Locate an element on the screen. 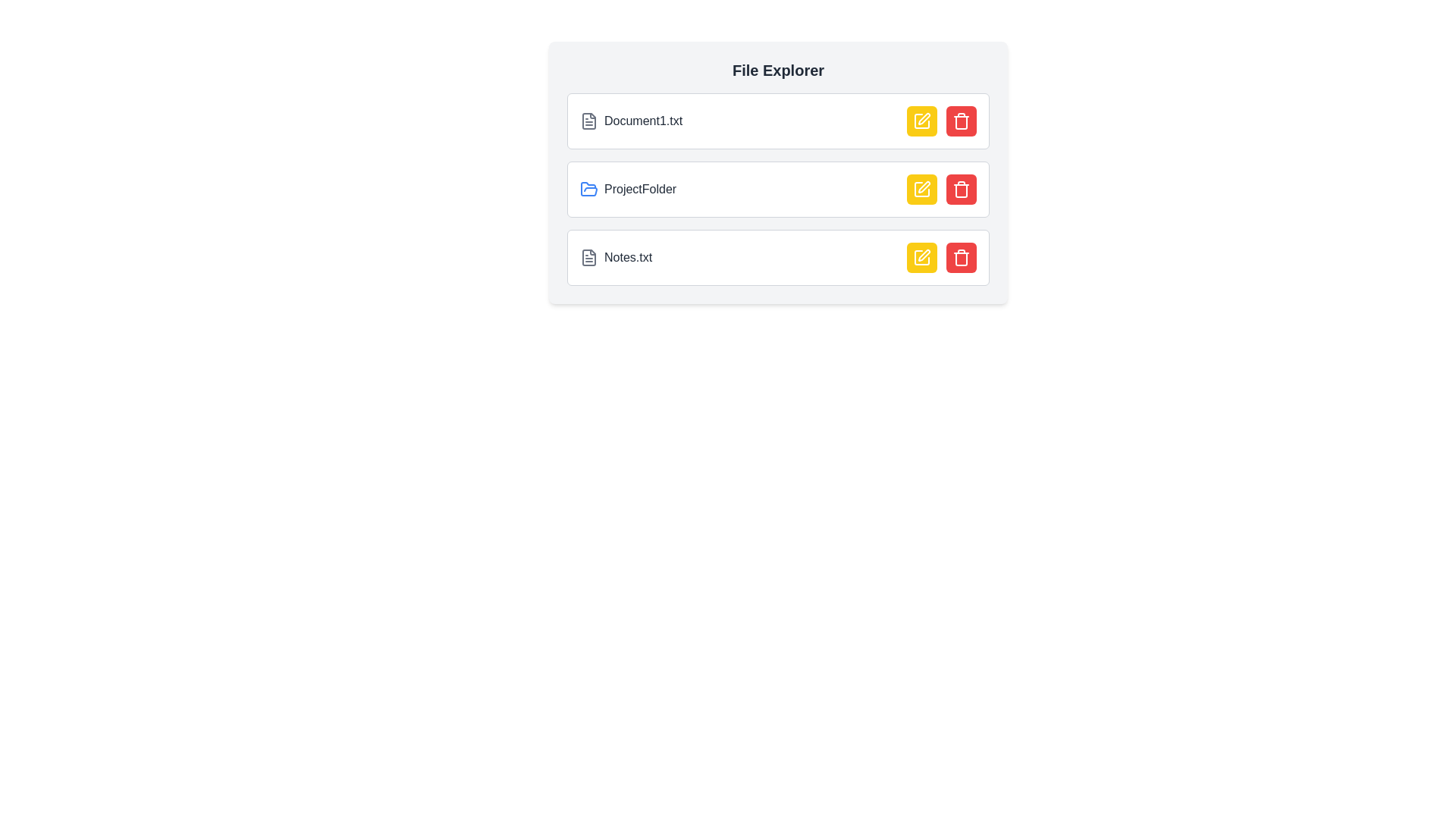  the edit button to initiate the edit action for the item 'Document1.txt', which is located to the right of its label in the first item row of the vertical list is located at coordinates (921, 120).